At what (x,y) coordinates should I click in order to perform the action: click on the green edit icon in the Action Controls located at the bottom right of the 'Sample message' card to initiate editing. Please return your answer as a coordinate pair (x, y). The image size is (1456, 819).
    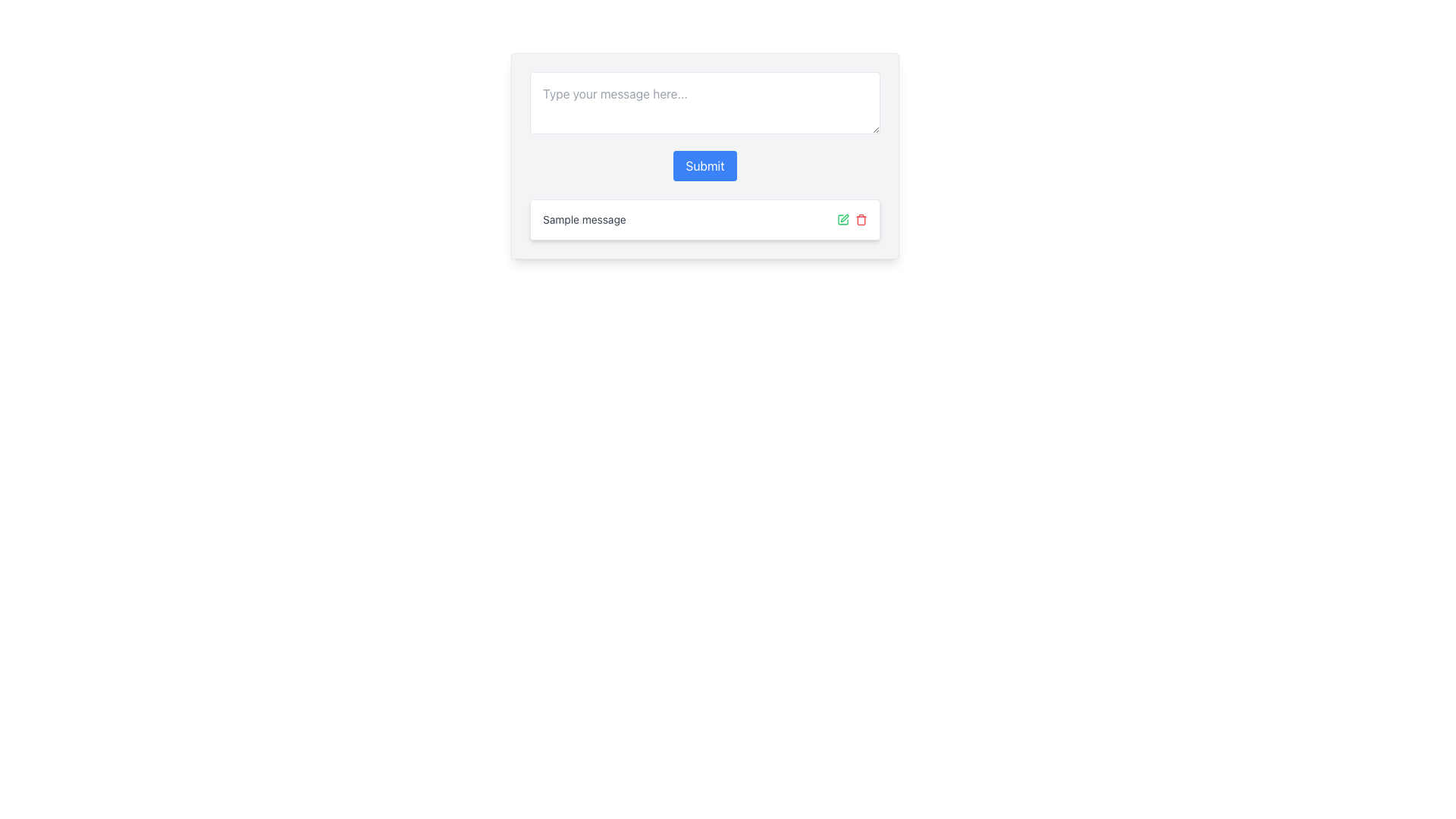
    Looking at the image, I should click on (852, 219).